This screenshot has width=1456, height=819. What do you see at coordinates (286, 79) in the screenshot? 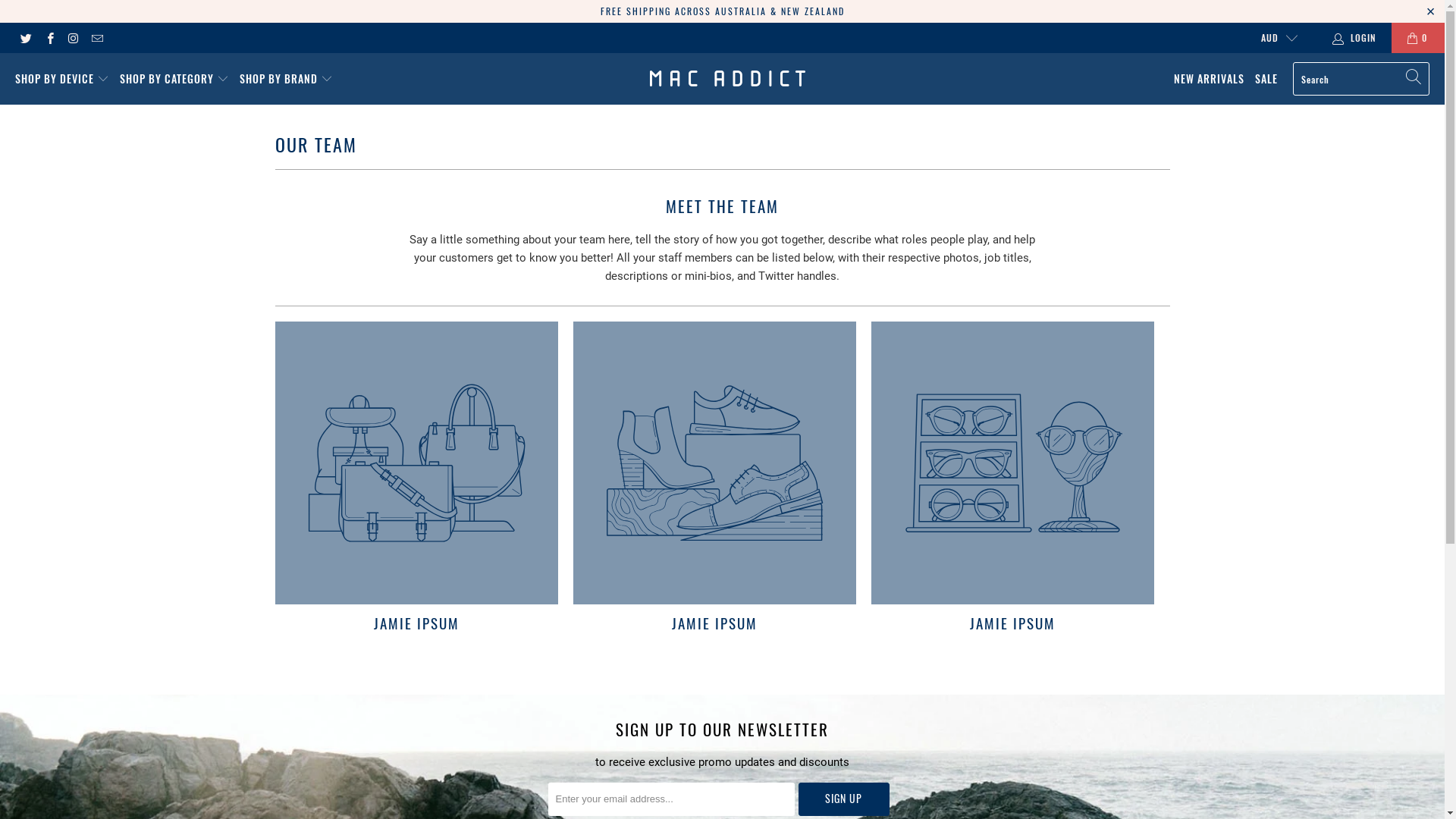
I see `'SHOP BY BRAND'` at bounding box center [286, 79].